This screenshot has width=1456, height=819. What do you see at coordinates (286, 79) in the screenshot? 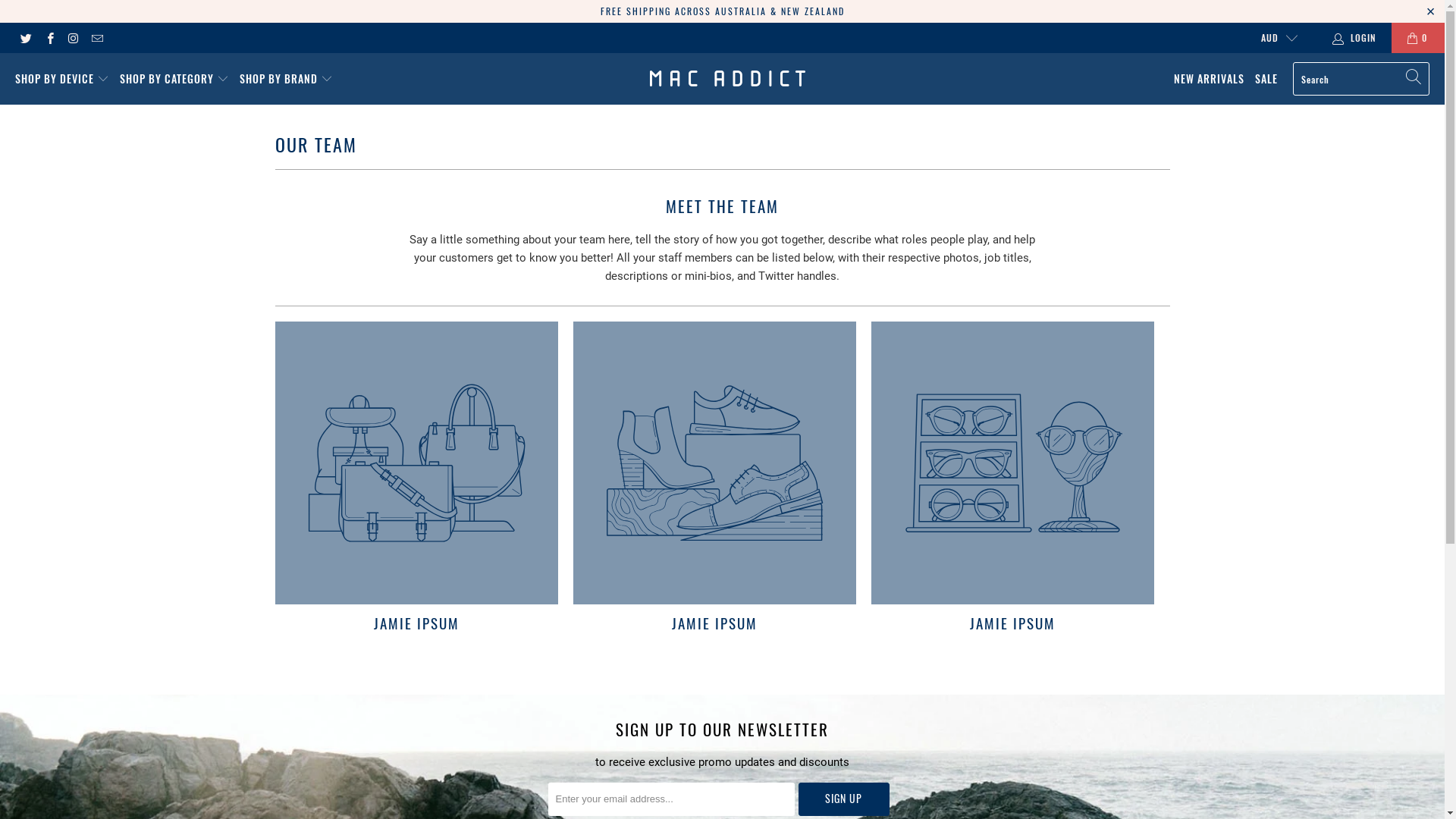
I see `'SHOP BY BRAND'` at bounding box center [286, 79].